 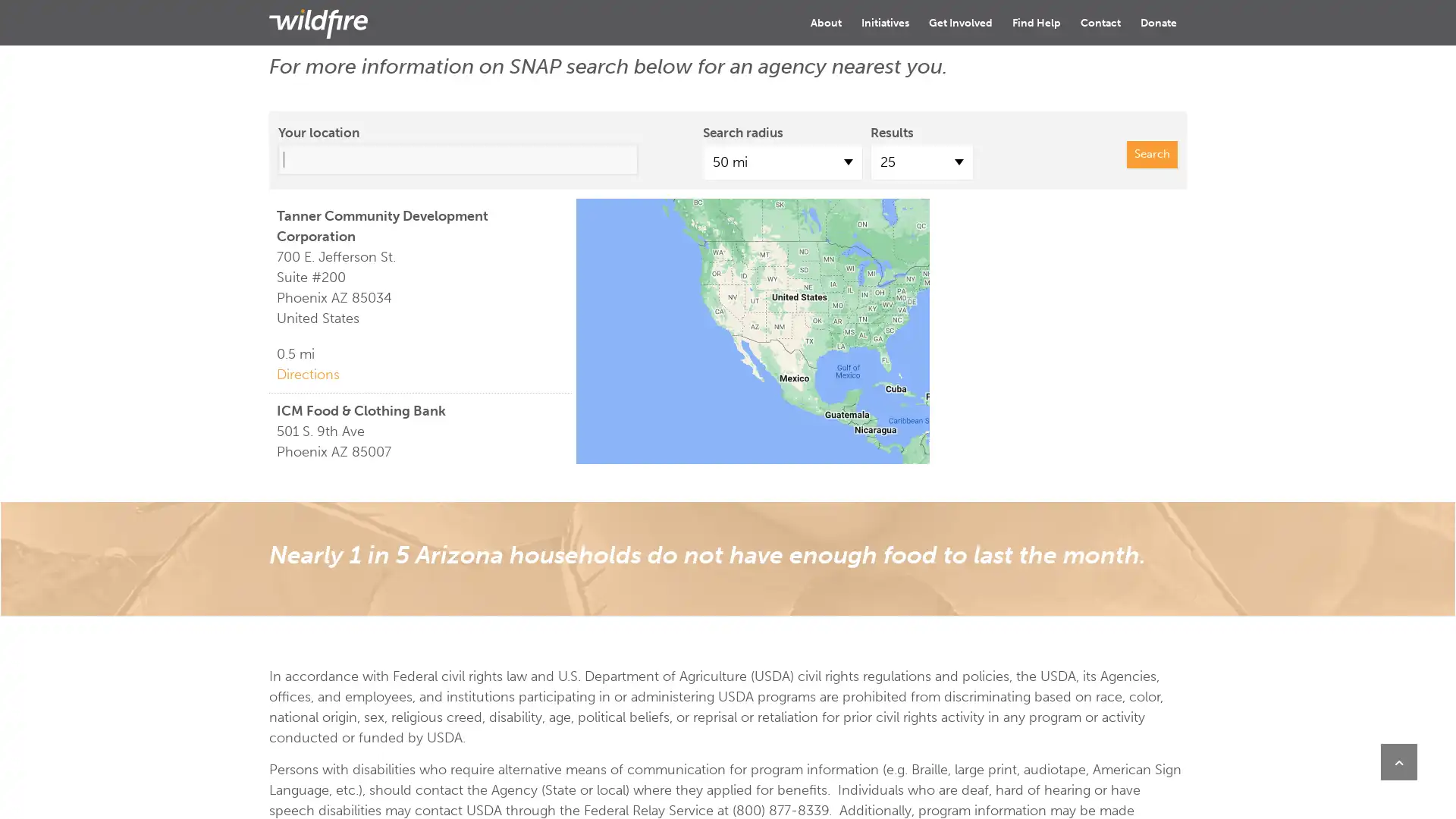 What do you see at coordinates (870, 299) in the screenshot?
I see `Adelante Healthcare Phoenix  Central` at bounding box center [870, 299].